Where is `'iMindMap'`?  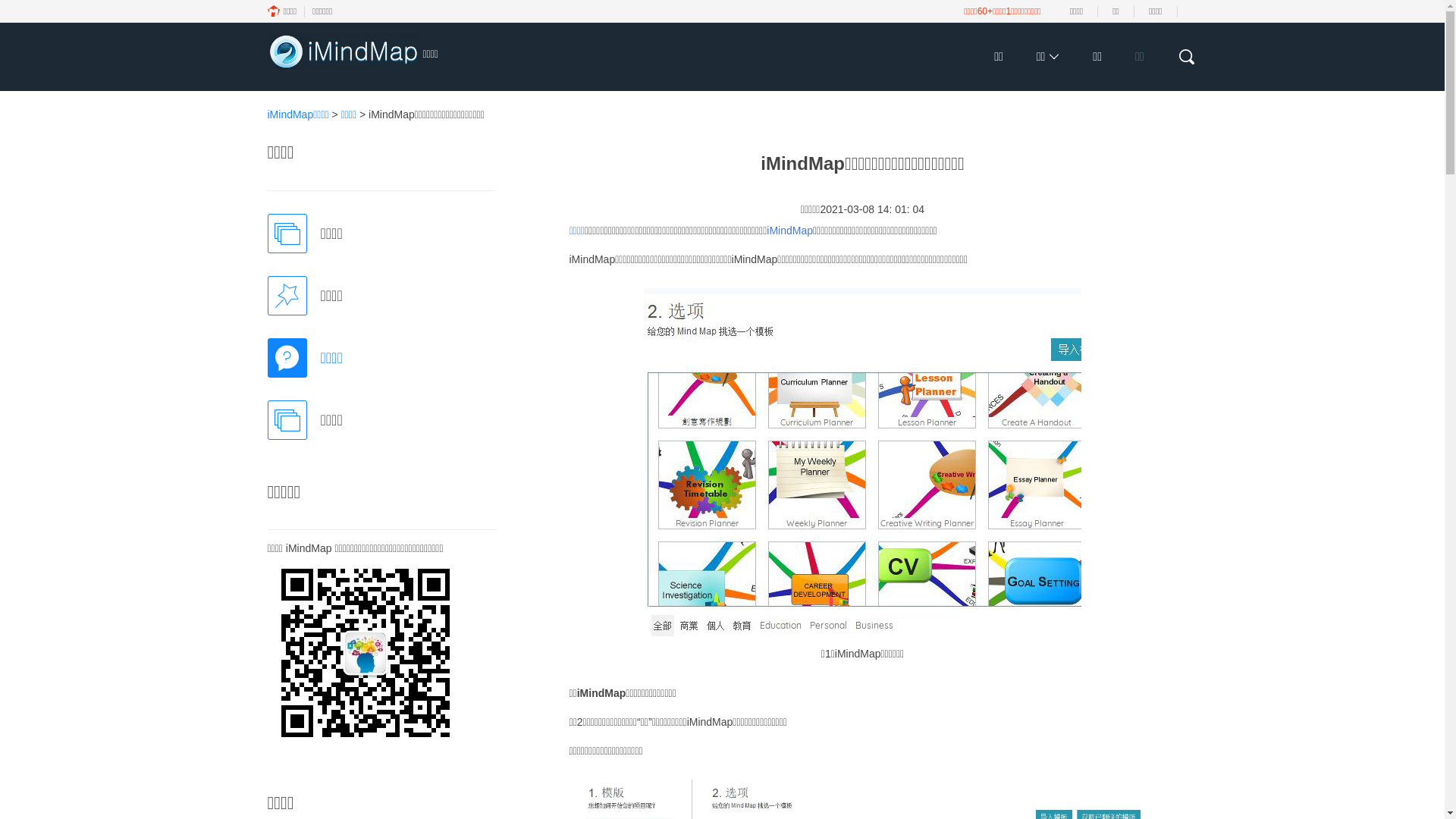 'iMindMap' is located at coordinates (789, 231).